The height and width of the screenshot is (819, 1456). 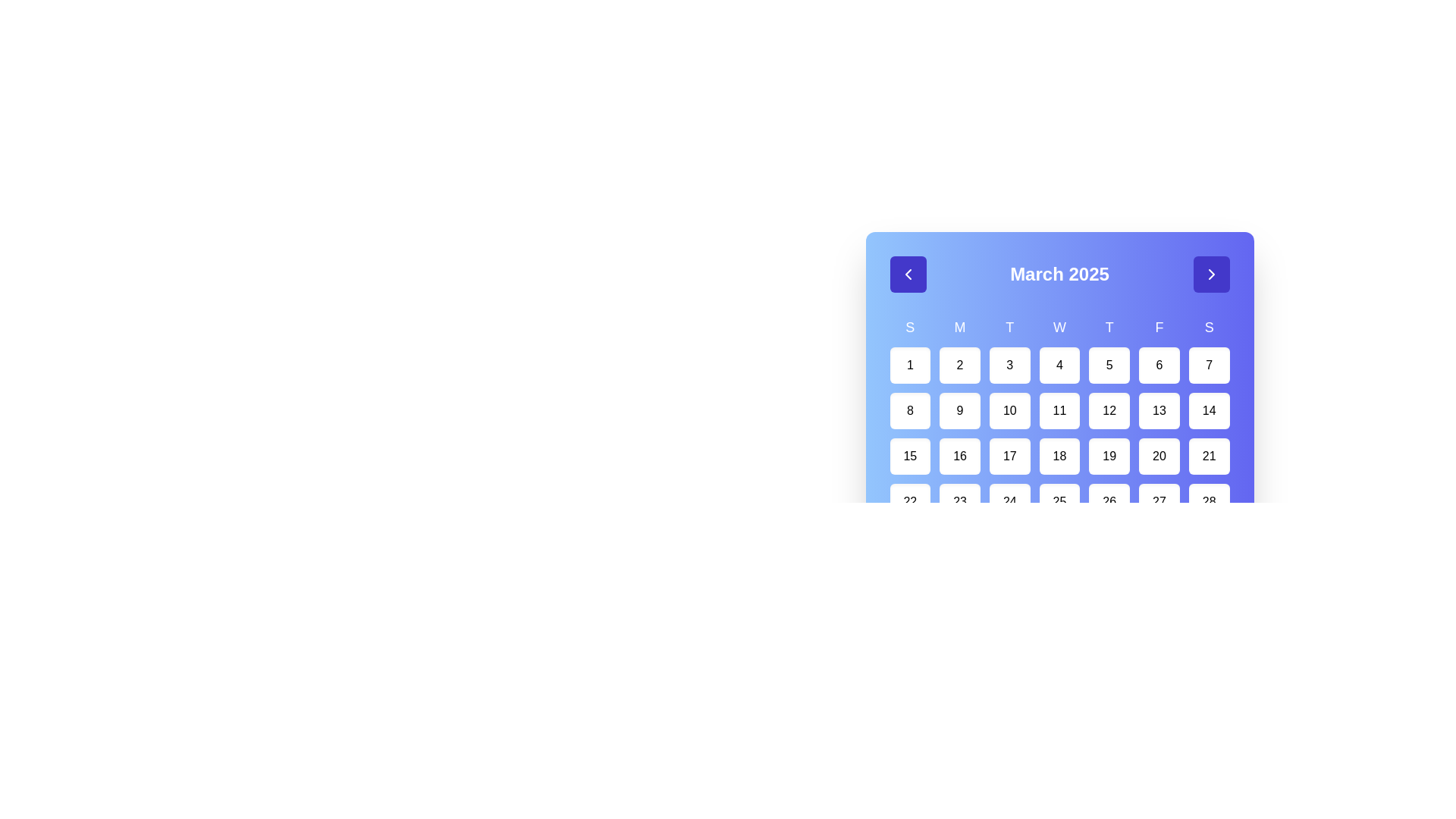 I want to click on the button located in the top-left corner of the calendar header, so click(x=908, y=275).